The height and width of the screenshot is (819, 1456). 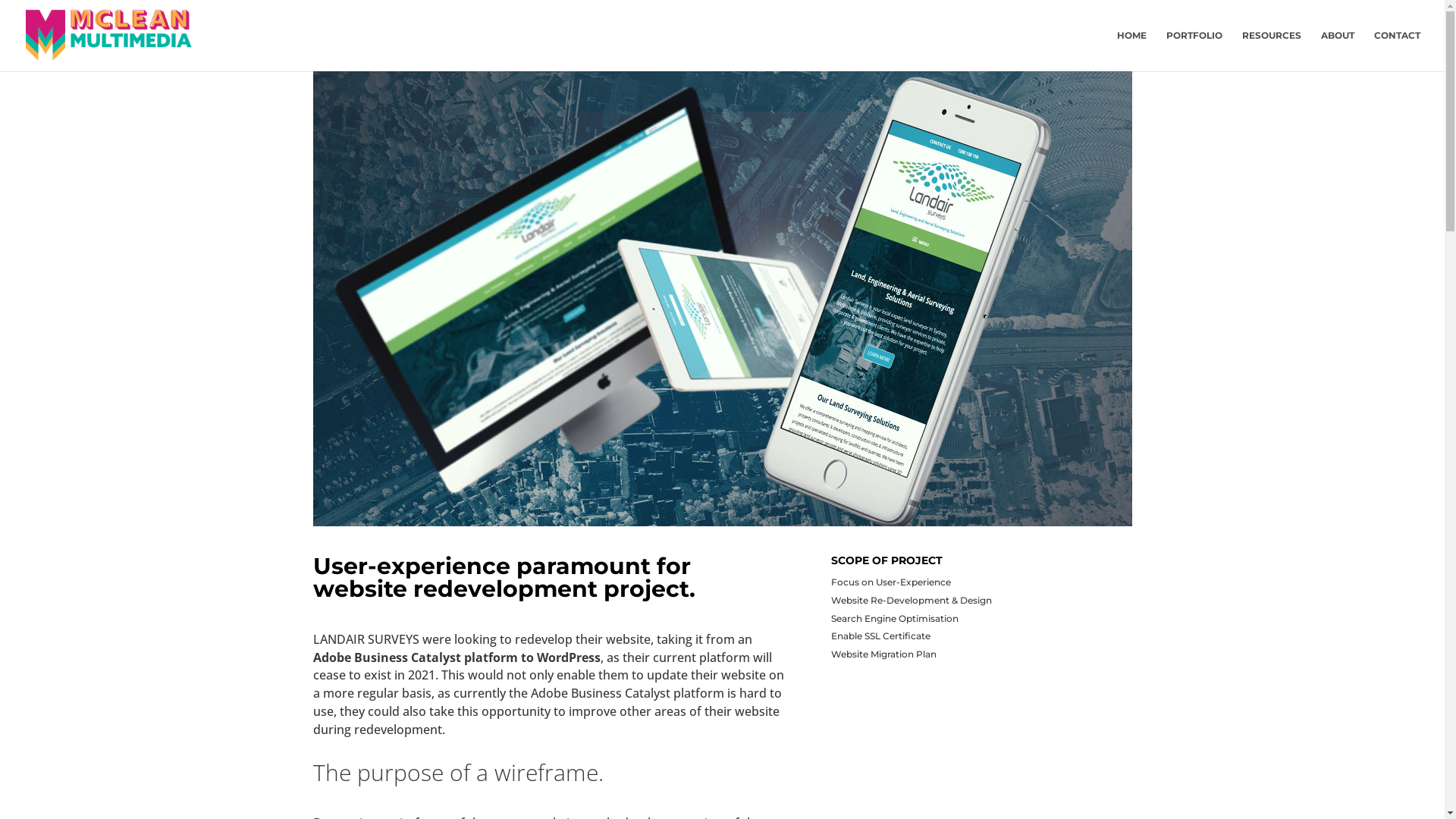 What do you see at coordinates (1193, 49) in the screenshot?
I see `'PORTFOLIO'` at bounding box center [1193, 49].